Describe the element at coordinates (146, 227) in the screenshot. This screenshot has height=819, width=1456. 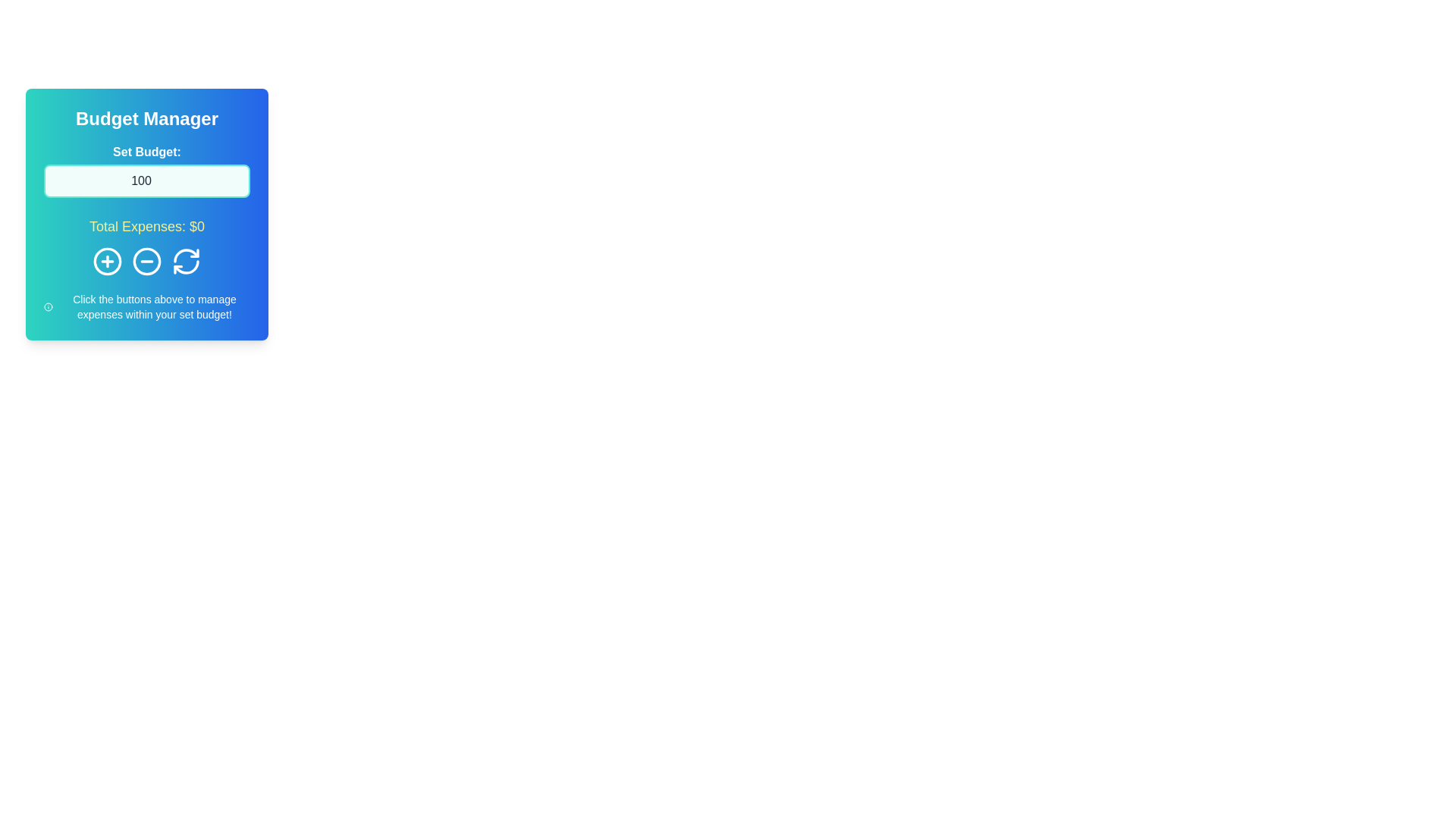
I see `the Static Text element that displays the current total expenses in the 'Budget Manager' card interface, located centrally below the 'Set Budget' field` at that location.